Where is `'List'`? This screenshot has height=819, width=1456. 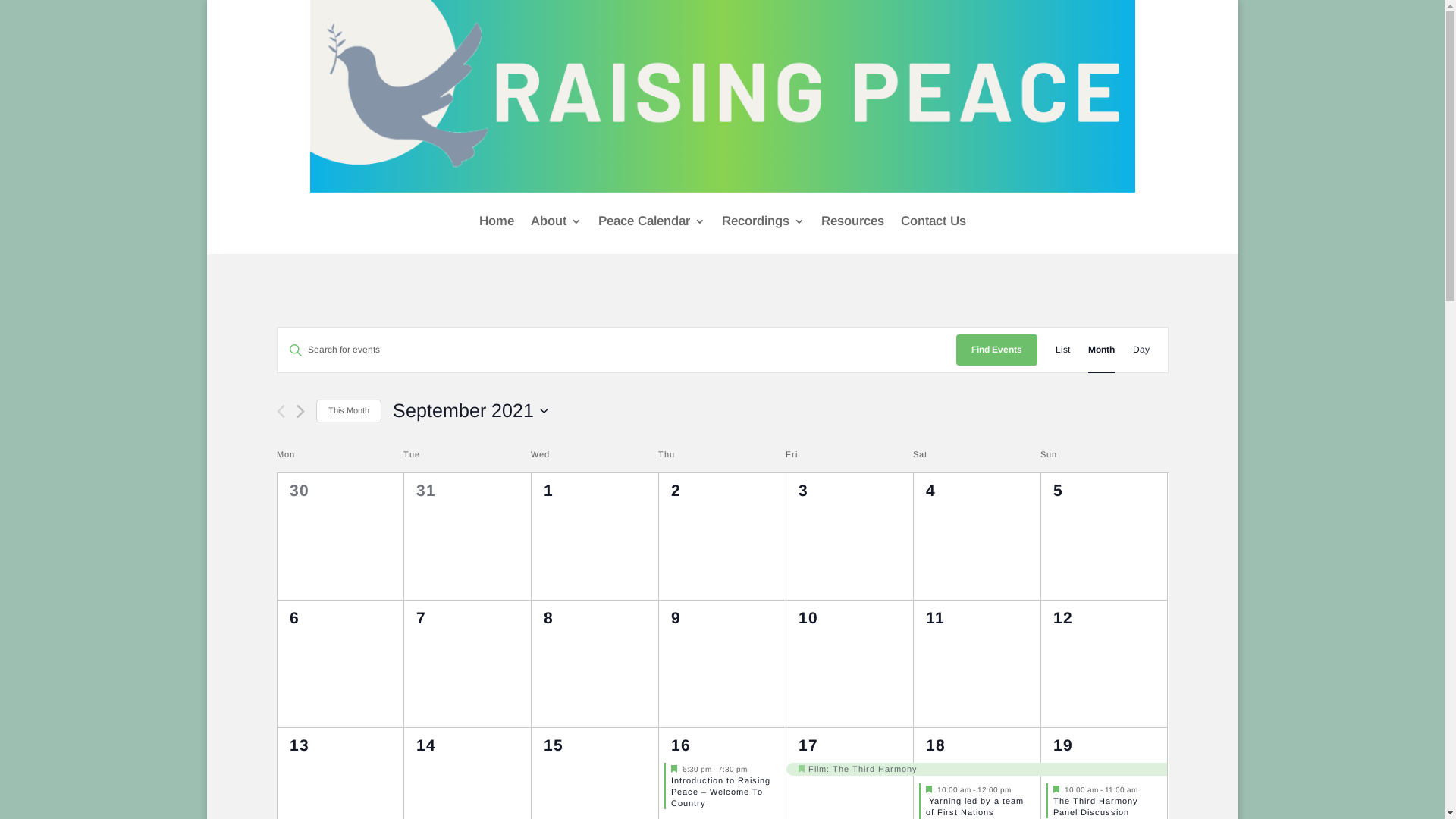
'List' is located at coordinates (1062, 350).